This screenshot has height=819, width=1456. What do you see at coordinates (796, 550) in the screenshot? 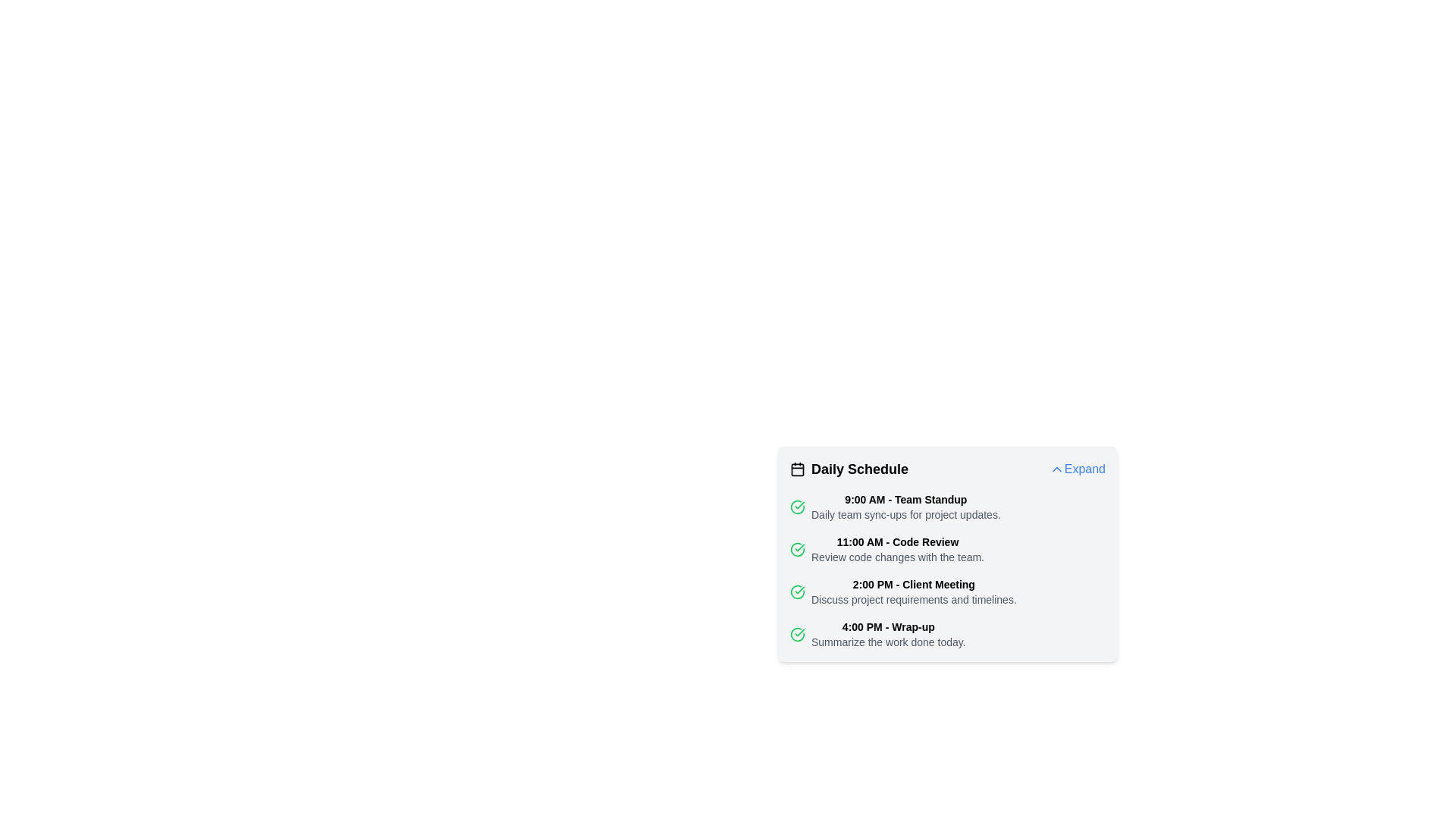
I see `associated text of the completion indicator icon for the 'Code Review' activity located at 11:00 AM` at bounding box center [796, 550].